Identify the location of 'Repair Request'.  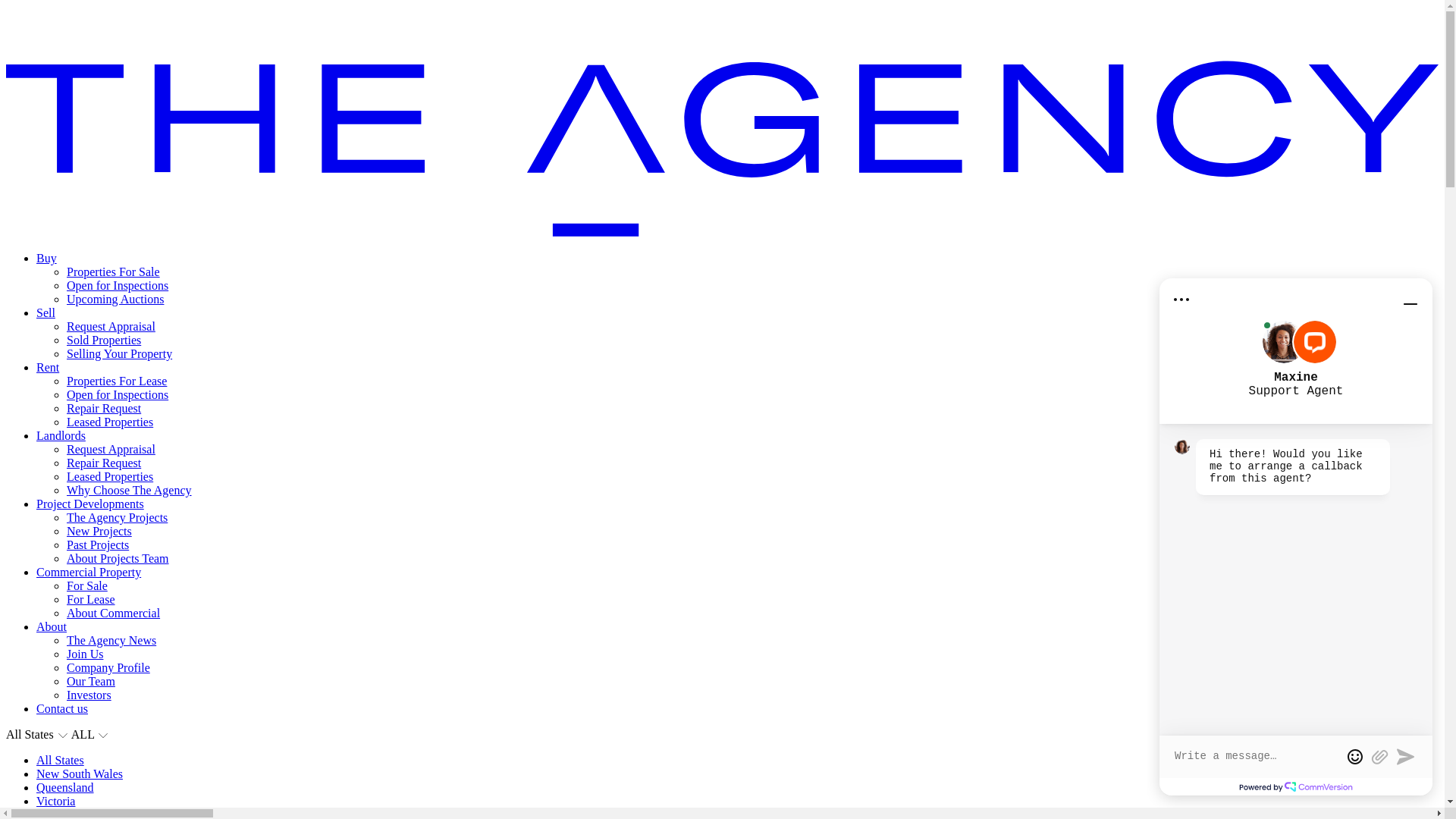
(103, 407).